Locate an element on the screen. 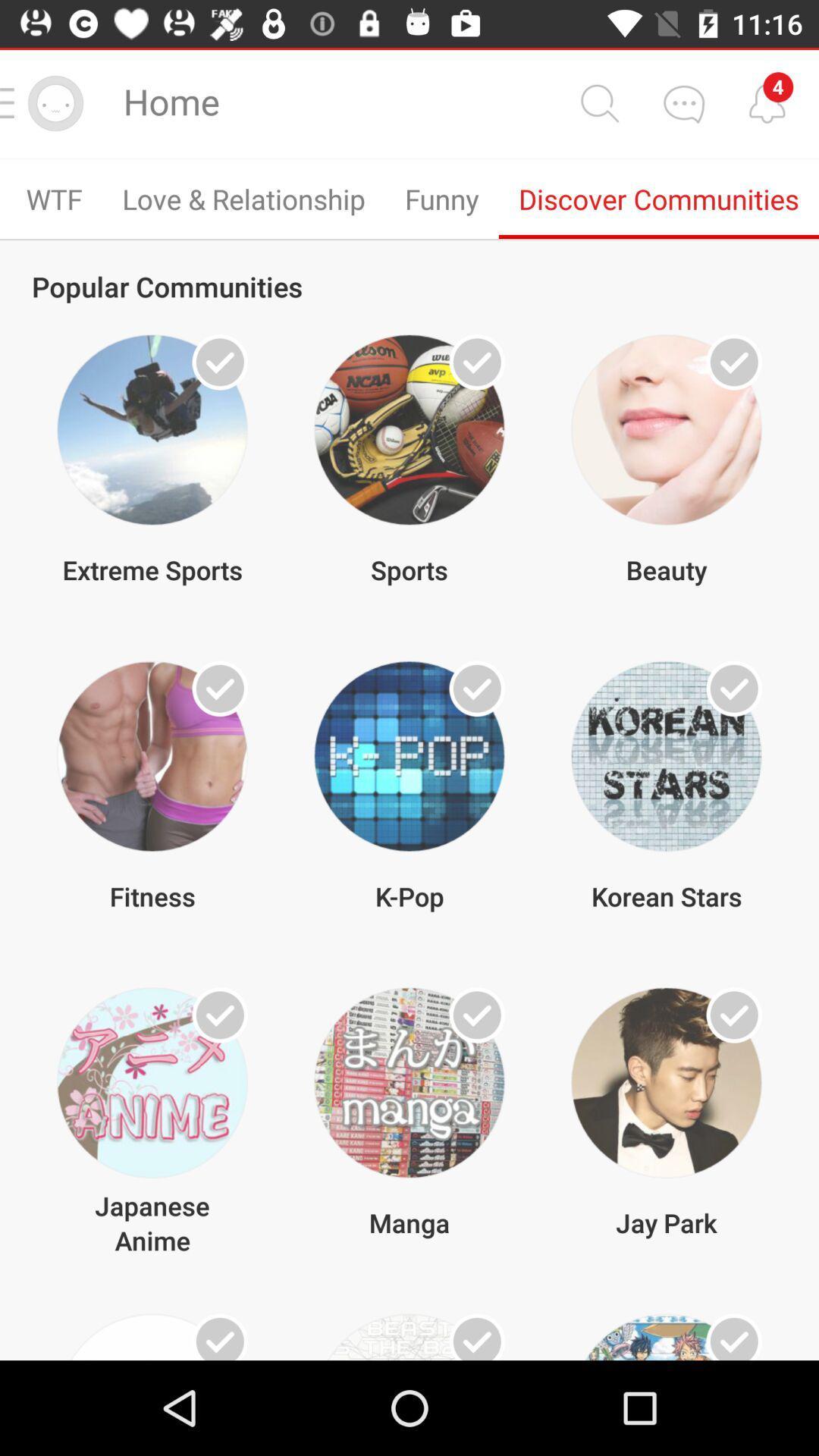  check or uncheck from specific popular communities is located at coordinates (476, 361).